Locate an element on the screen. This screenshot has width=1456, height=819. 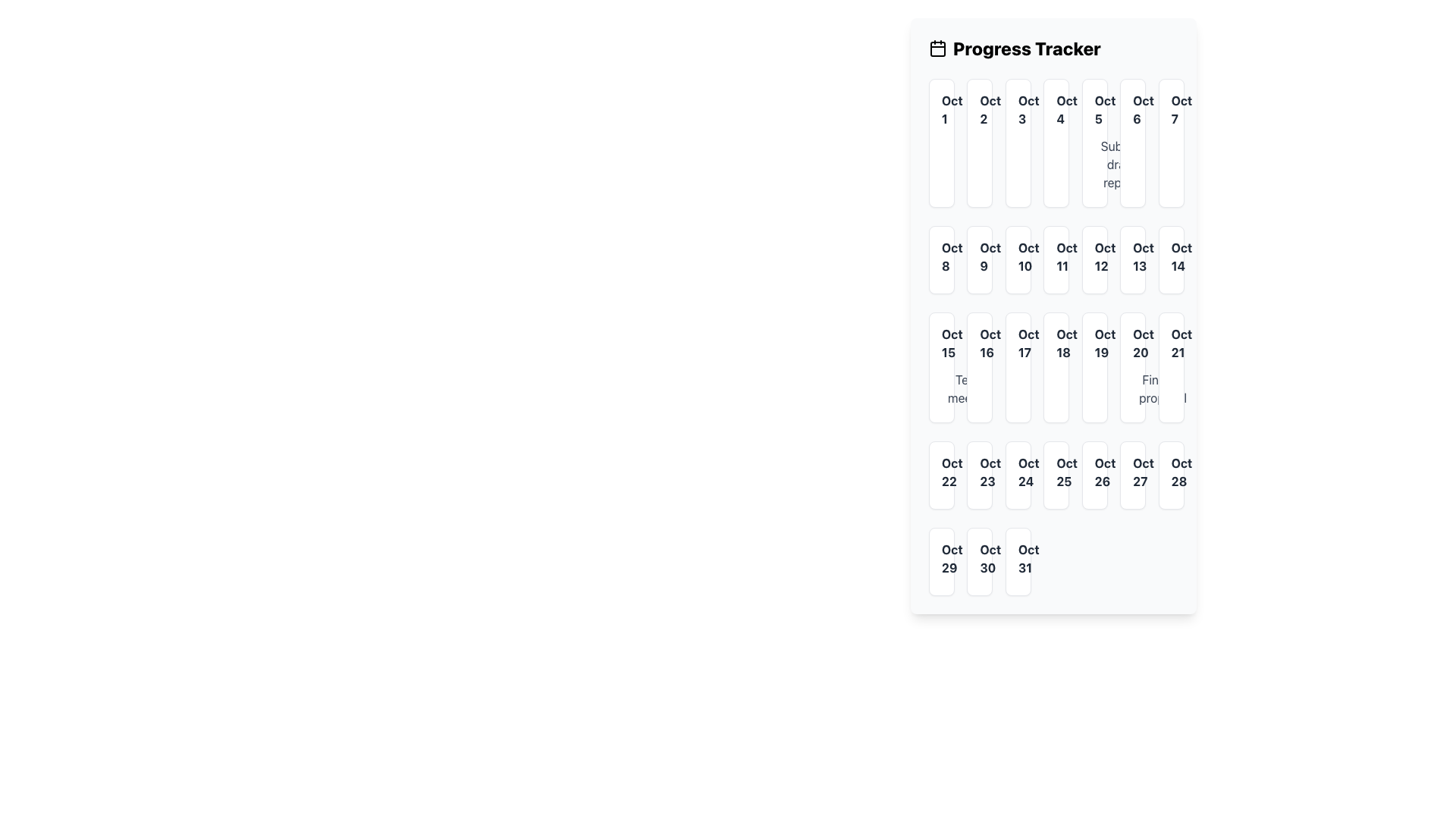
the date card element labeled 'Oct 13' which is styled with a white background, faint gray borders, and located in the second row and sixth column of the grid is located at coordinates (1133, 259).